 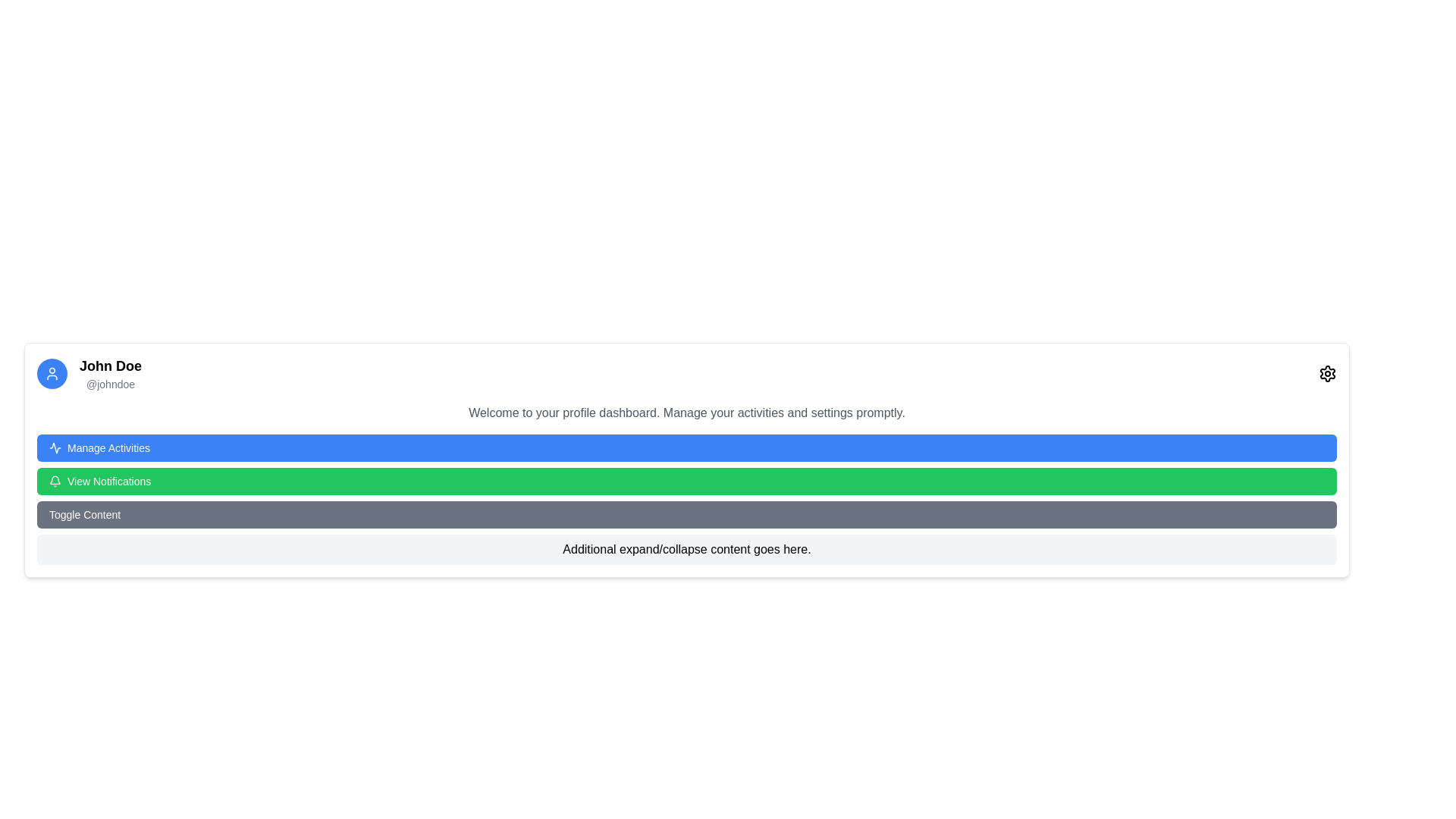 I want to click on the bell icon inside the green 'View Notifications' button, which indicates notification-related actions, so click(x=55, y=480).